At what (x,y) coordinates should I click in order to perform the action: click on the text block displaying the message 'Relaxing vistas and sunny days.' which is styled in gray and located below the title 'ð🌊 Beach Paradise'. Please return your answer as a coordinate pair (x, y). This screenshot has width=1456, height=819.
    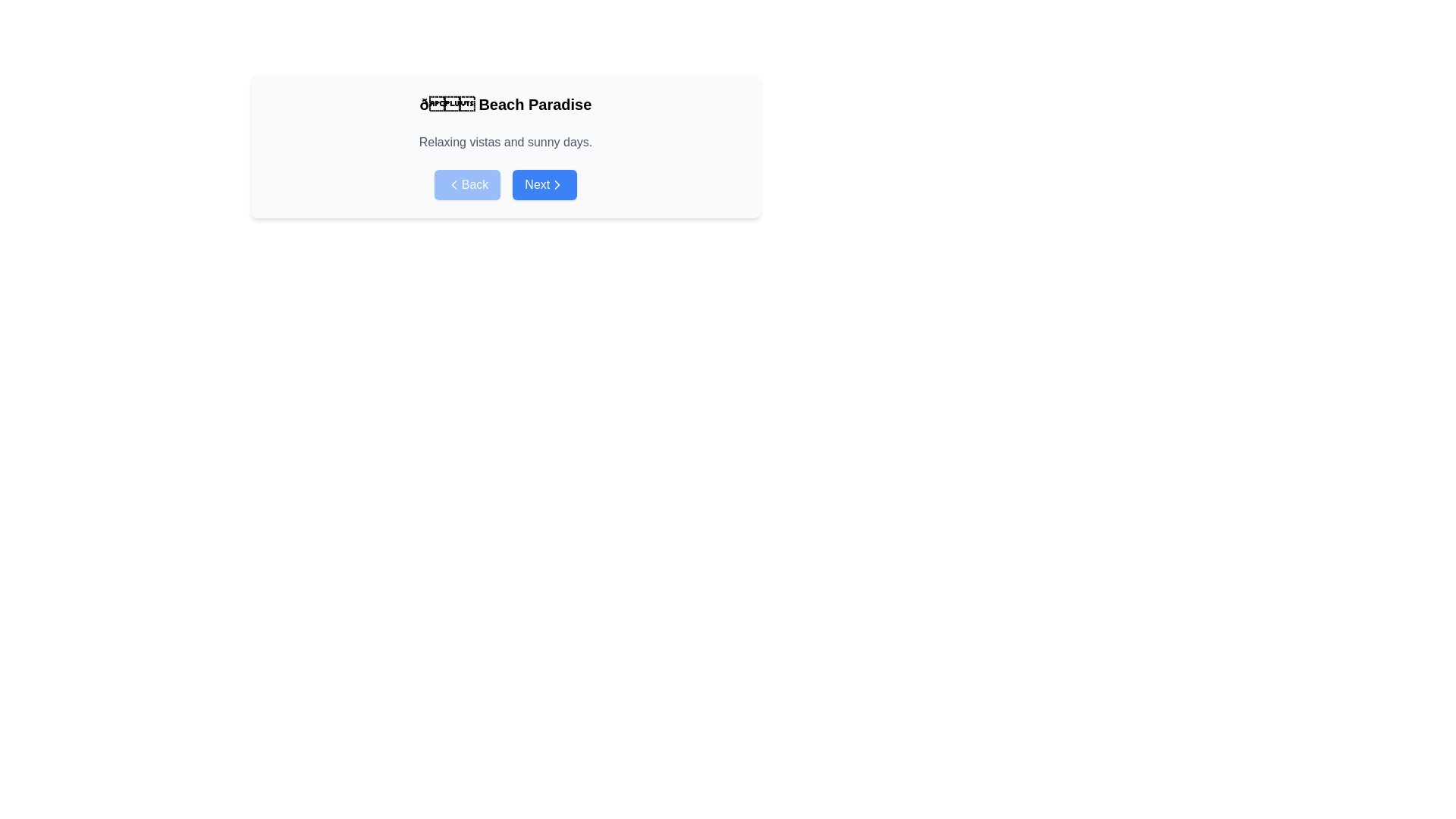
    Looking at the image, I should click on (506, 143).